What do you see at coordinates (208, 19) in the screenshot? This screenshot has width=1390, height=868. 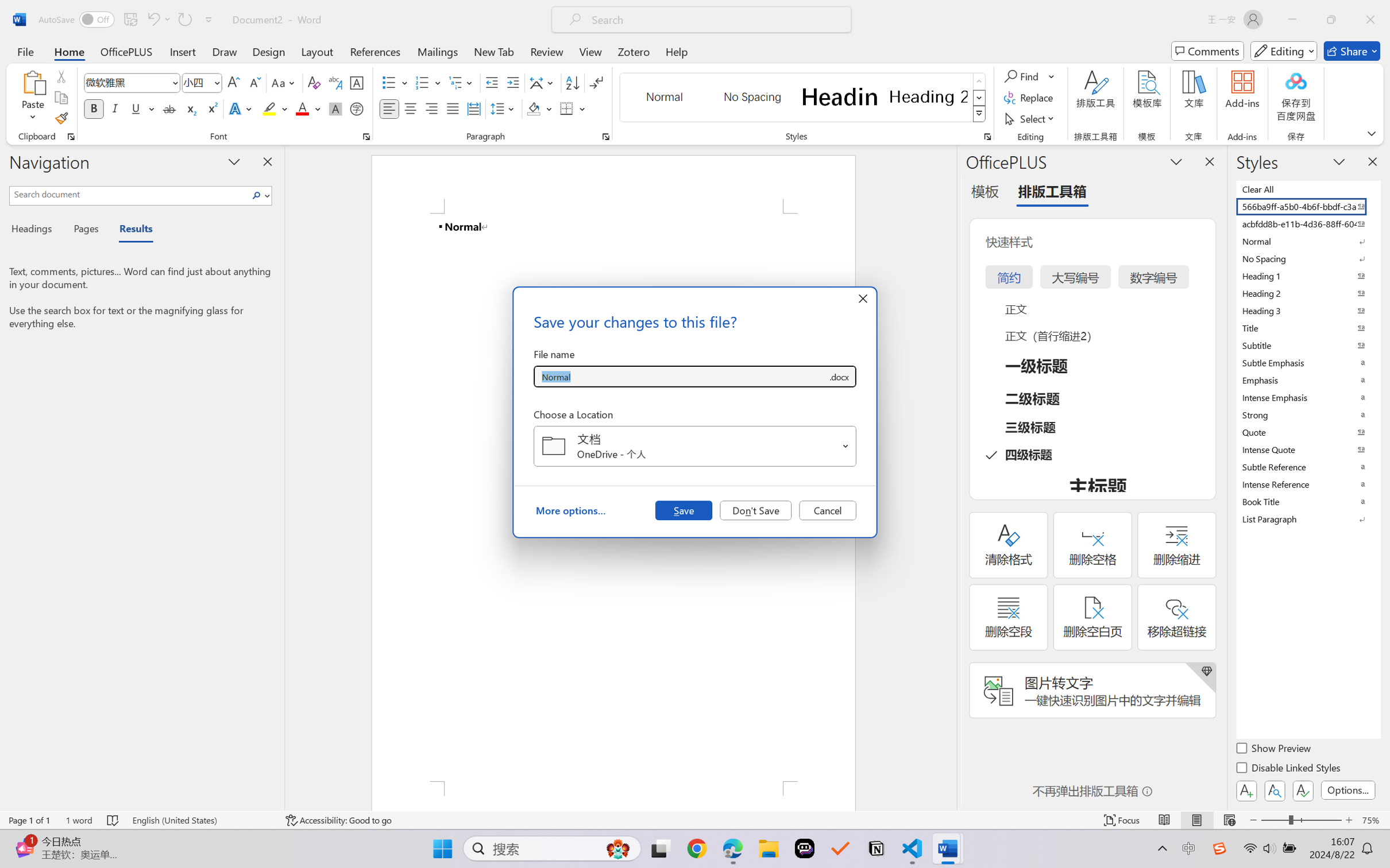 I see `'Customize Quick Access Toolbar'` at bounding box center [208, 19].